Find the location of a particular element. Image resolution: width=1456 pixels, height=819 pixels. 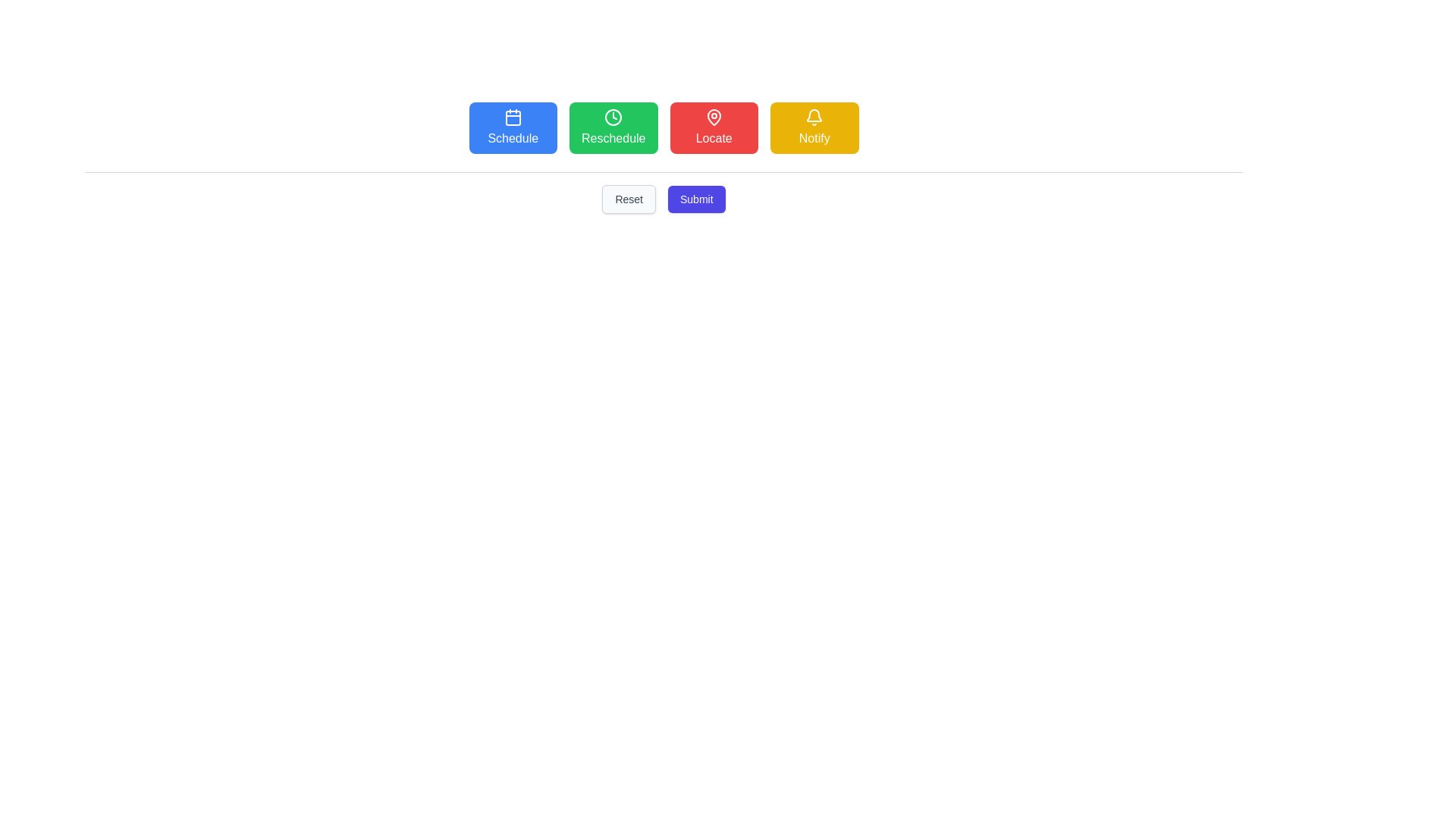

the text label that indicates the function of rescheduling tasks, located in the green button in the second position from the left in the top row of buttons is located at coordinates (613, 138).